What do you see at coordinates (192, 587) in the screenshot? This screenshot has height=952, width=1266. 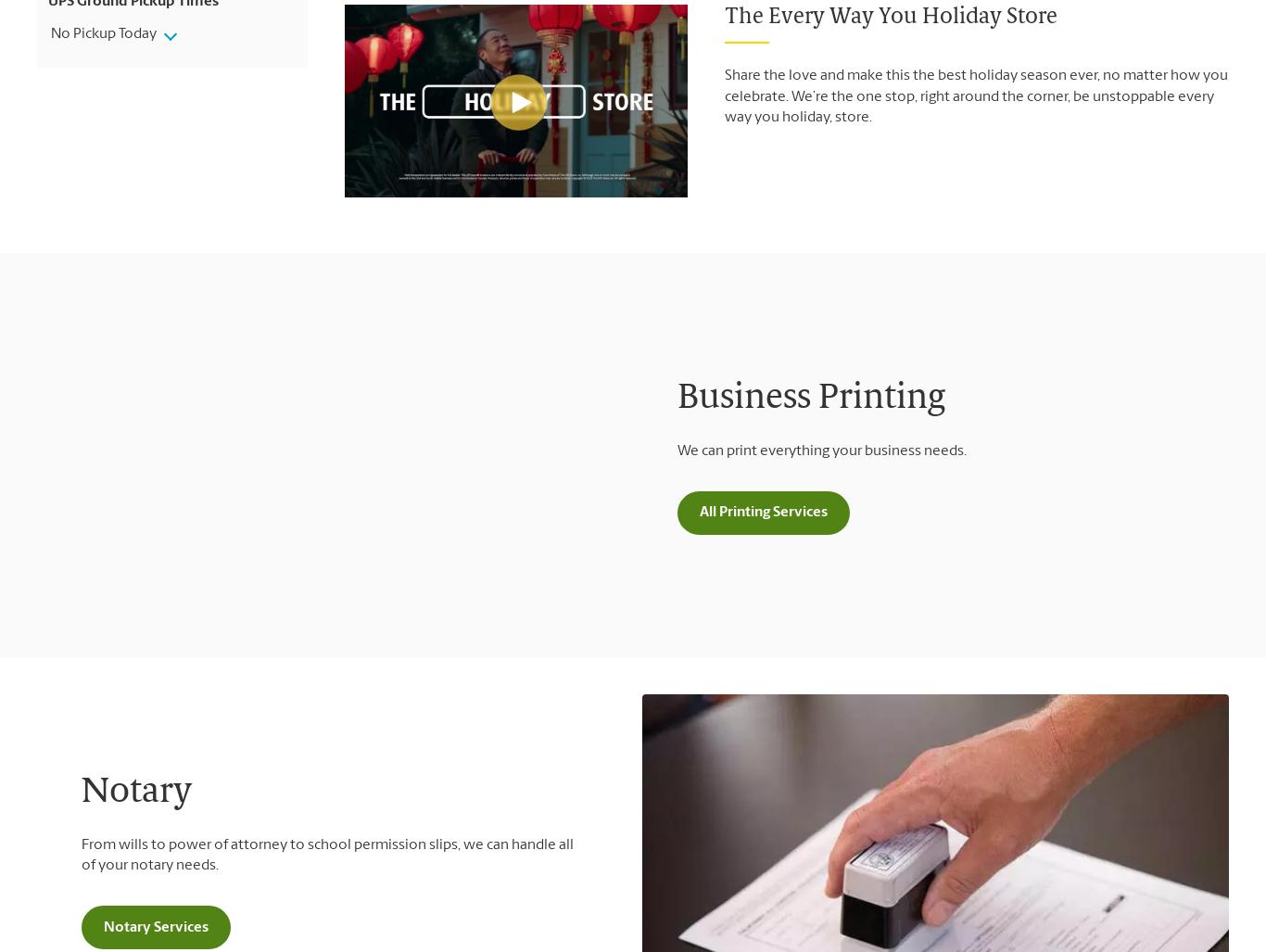 I see `'Join Our Mailing List'` at bounding box center [192, 587].